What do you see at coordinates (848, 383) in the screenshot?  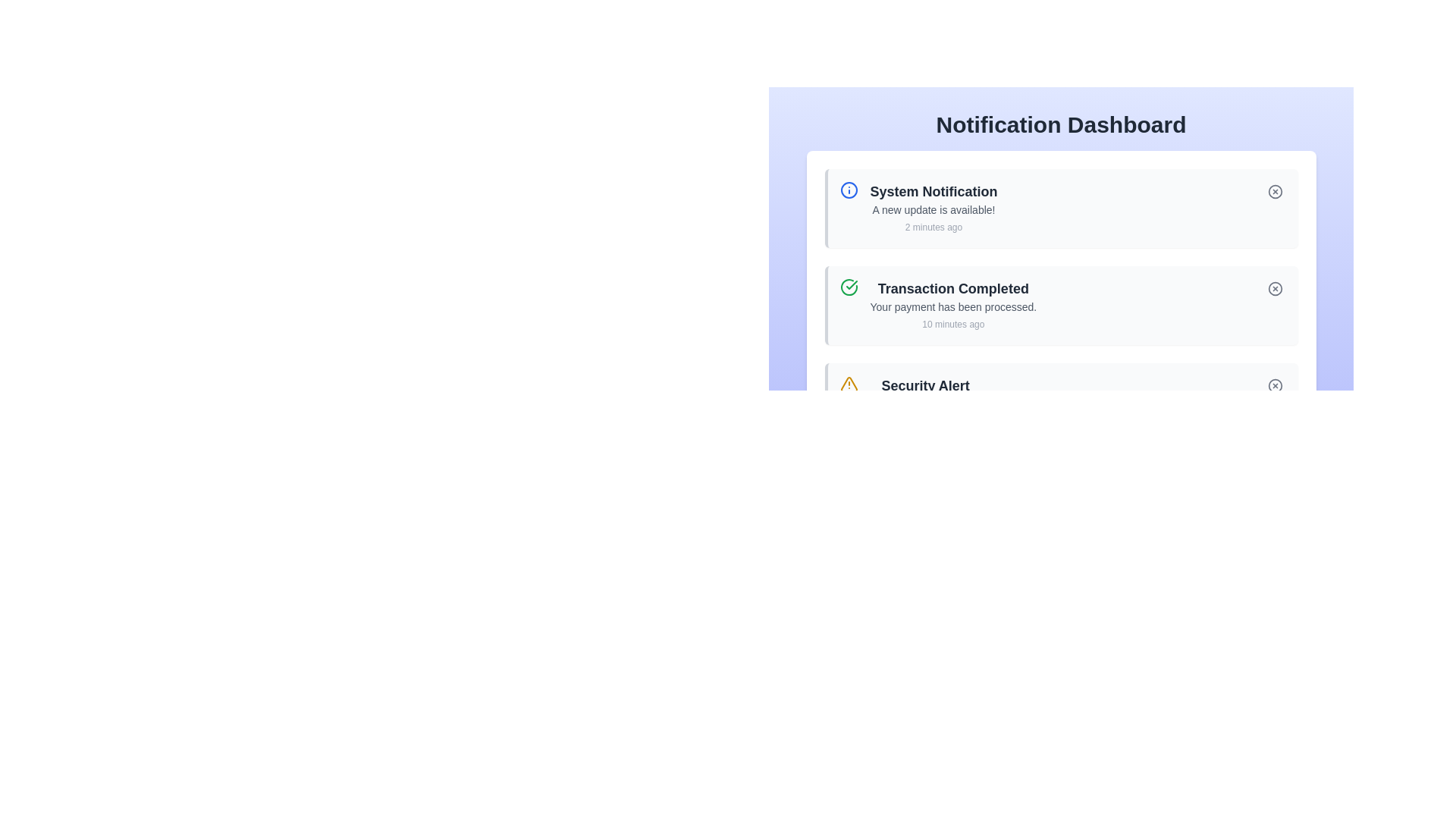 I see `the triangular warning icon with a bold yellow outline that represents the 'Security Alert' notification` at bounding box center [848, 383].